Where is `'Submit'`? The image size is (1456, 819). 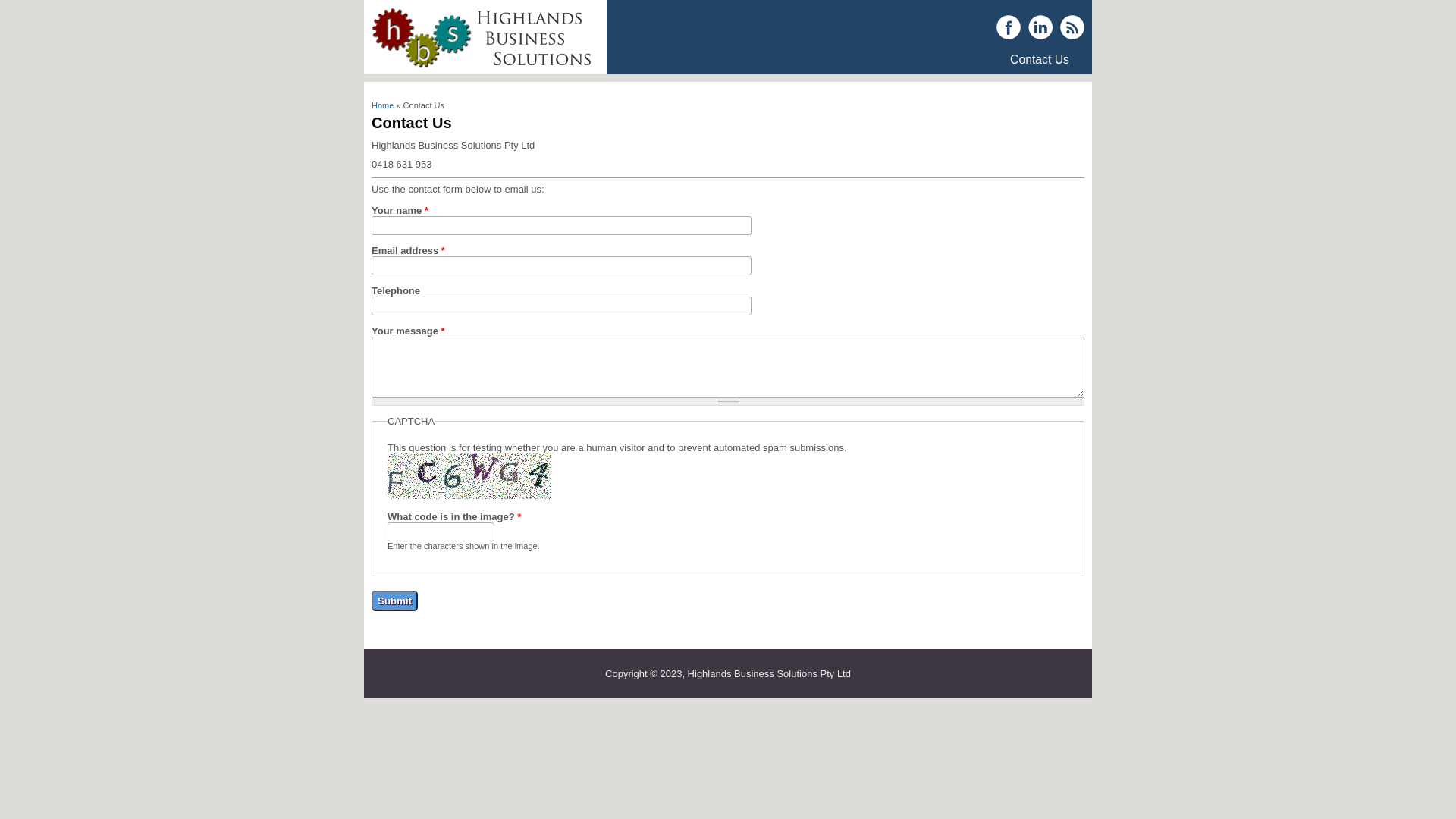 'Submit' is located at coordinates (394, 600).